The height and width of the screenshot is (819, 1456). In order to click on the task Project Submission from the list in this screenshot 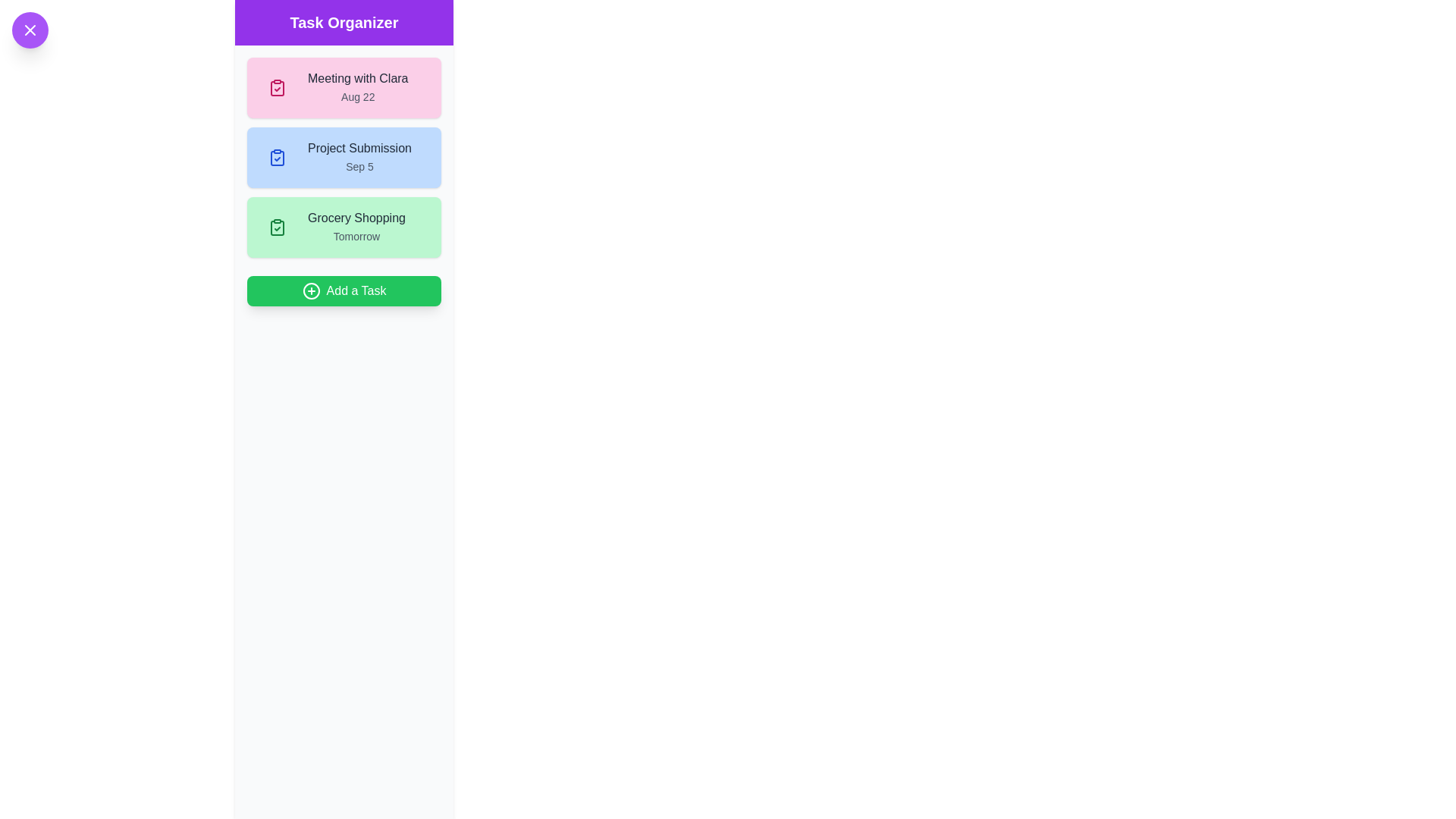, I will do `click(344, 158)`.